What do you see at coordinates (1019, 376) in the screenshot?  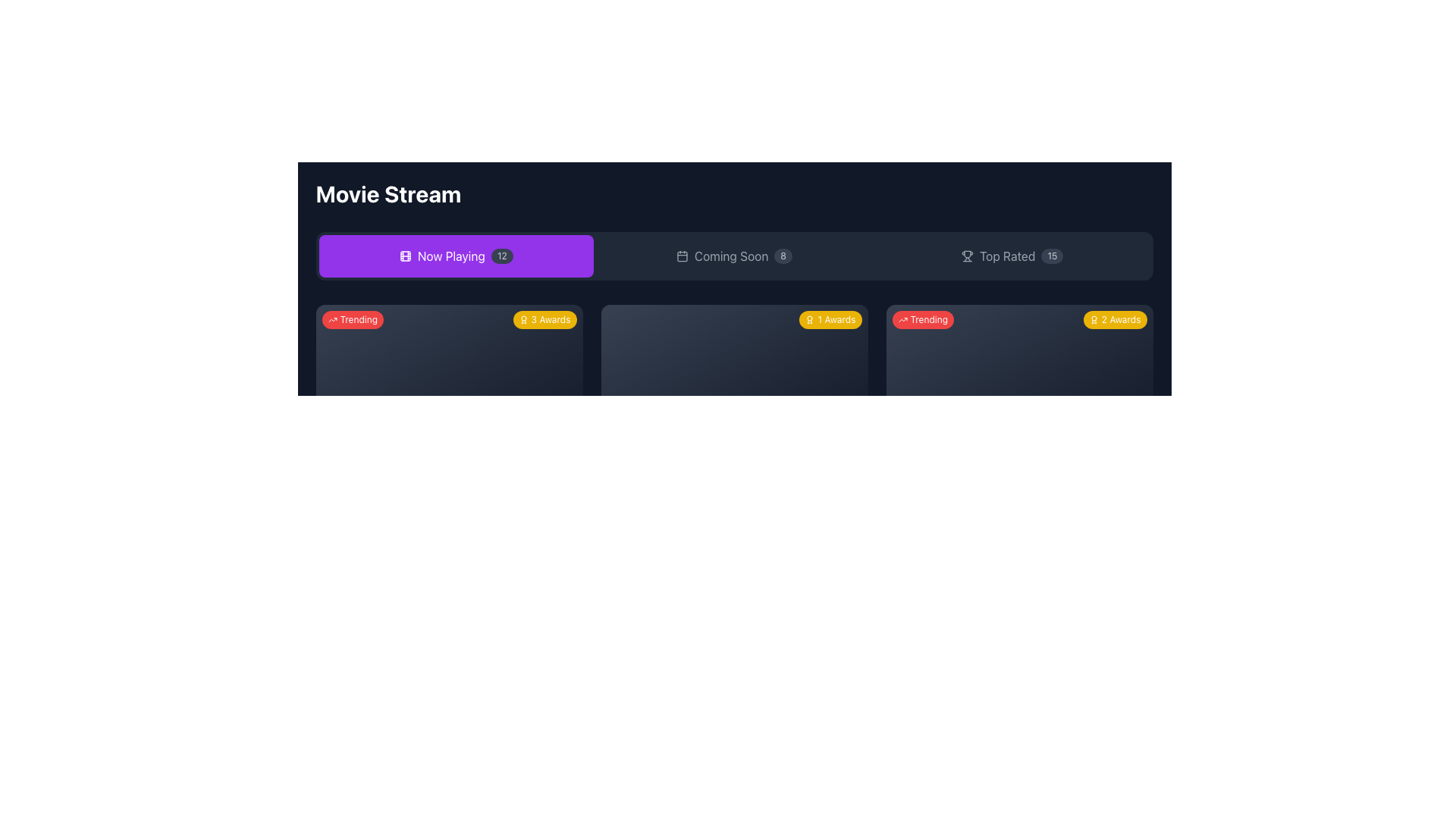 I see `the movie card component displaying details about a trending movie with 2 awards, located in the fourth panel below the navigation bar` at bounding box center [1019, 376].